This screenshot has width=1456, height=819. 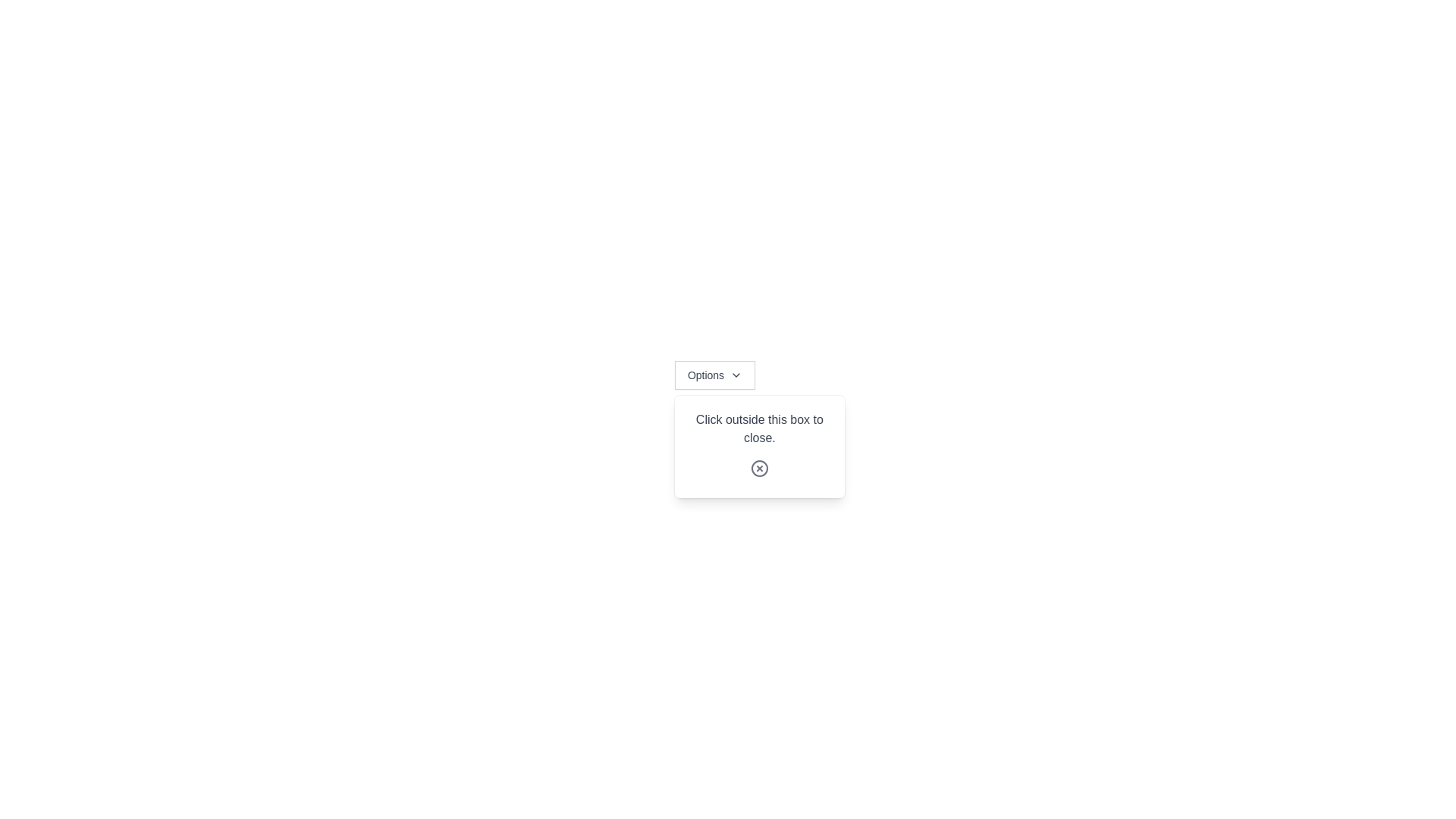 I want to click on the downward-facing chevron icon located to the right of the 'Options' button, so click(x=736, y=375).